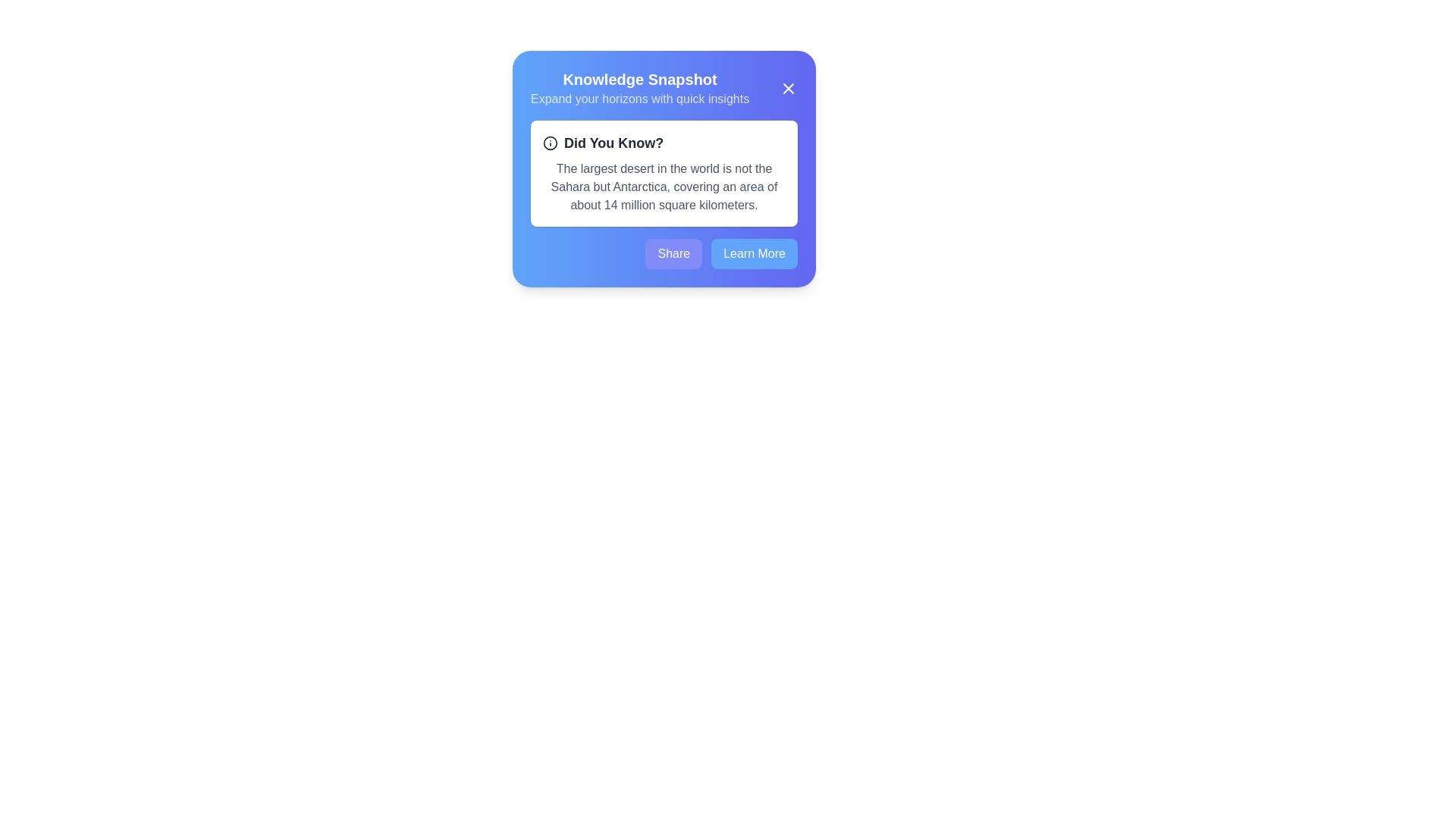 The height and width of the screenshot is (819, 1456). I want to click on the button labeled 'Learn More' with rounded edges and a blue background, so click(754, 253).